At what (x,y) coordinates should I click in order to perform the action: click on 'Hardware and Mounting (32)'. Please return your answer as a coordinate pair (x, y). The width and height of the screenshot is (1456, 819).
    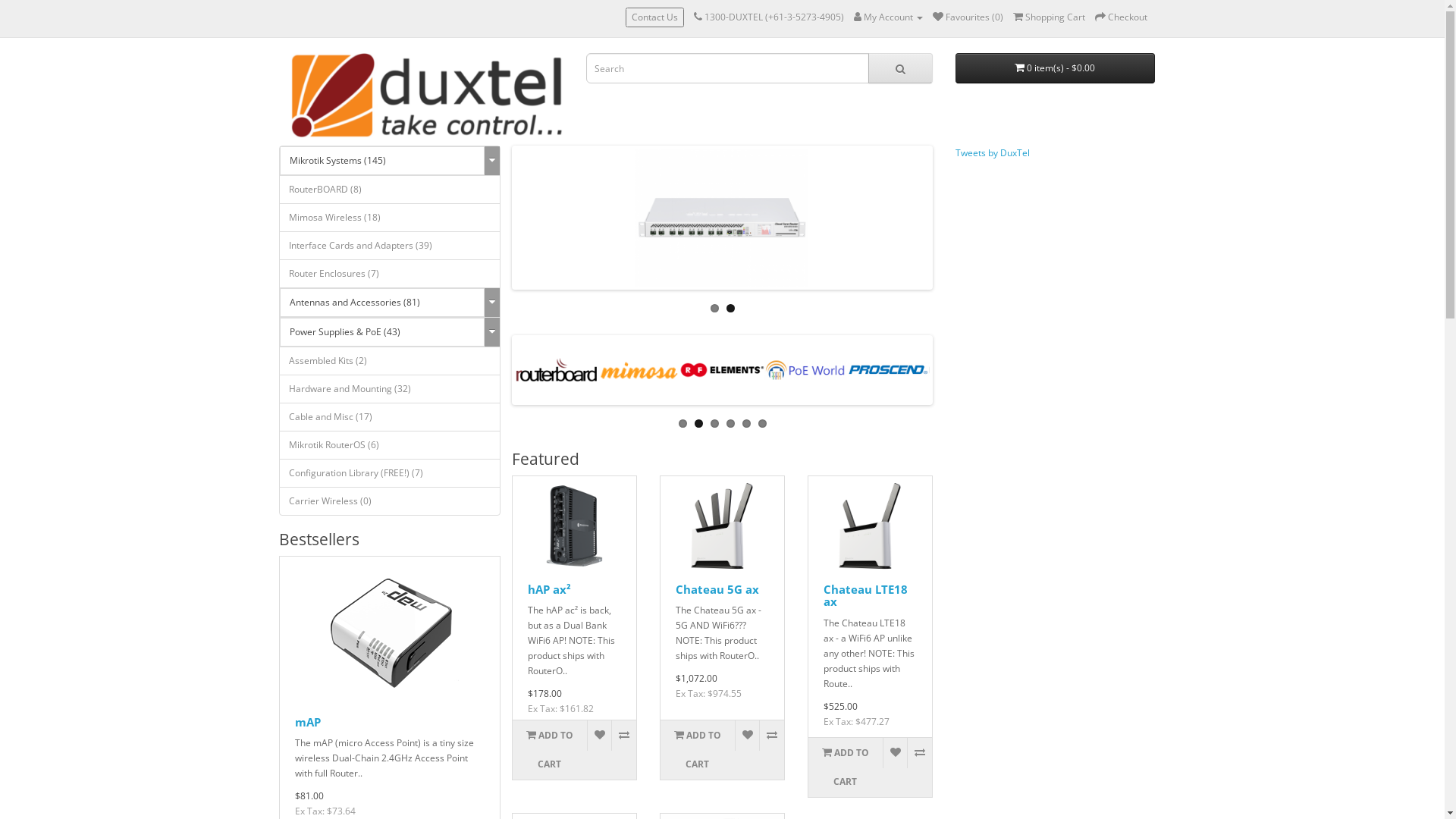
    Looking at the image, I should click on (279, 388).